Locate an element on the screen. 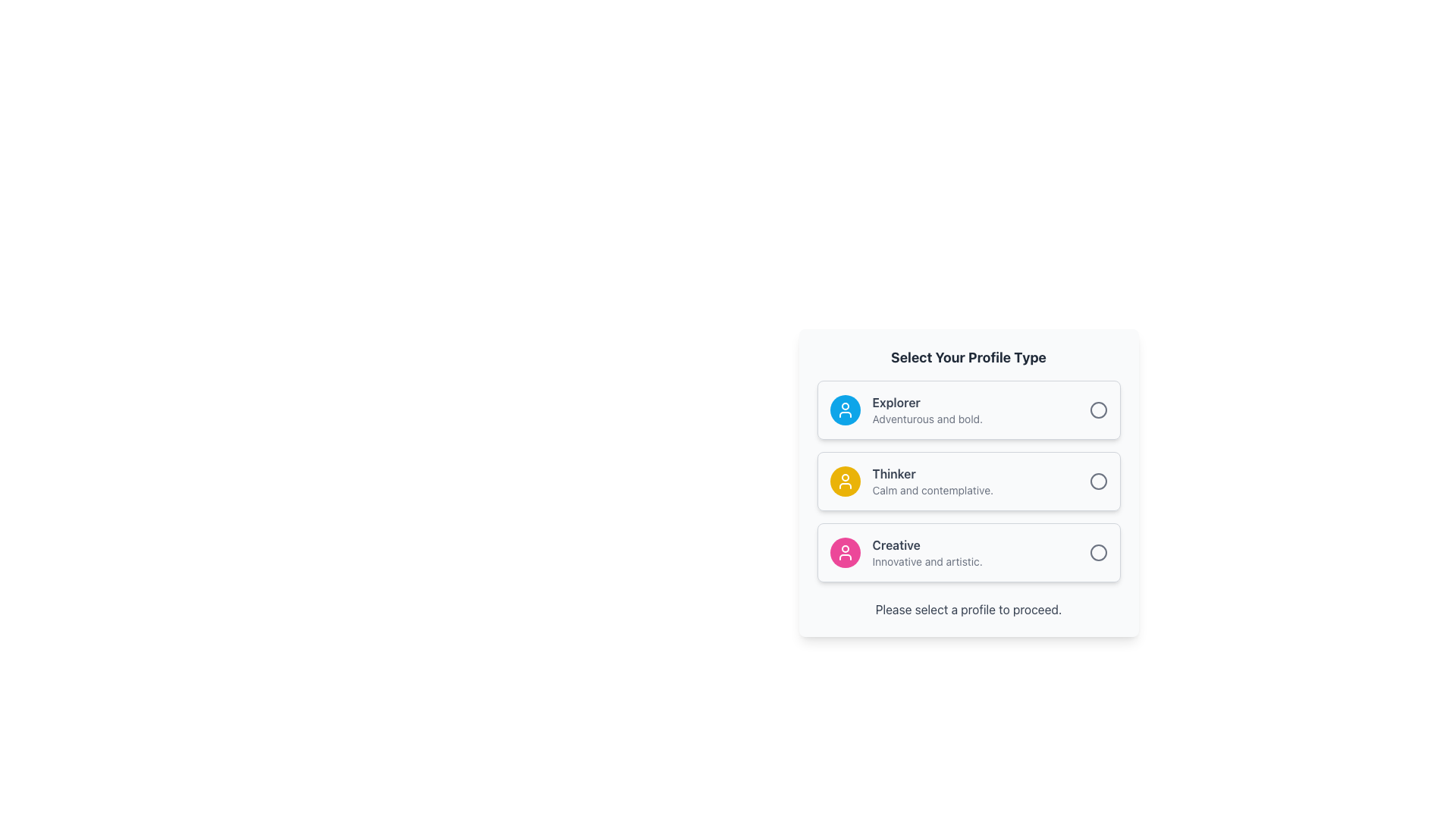 Image resolution: width=1456 pixels, height=819 pixels. the radio button in the selection component for choosing a profile type ('Explorer', 'Thinker', or 'Creative') is located at coordinates (968, 482).